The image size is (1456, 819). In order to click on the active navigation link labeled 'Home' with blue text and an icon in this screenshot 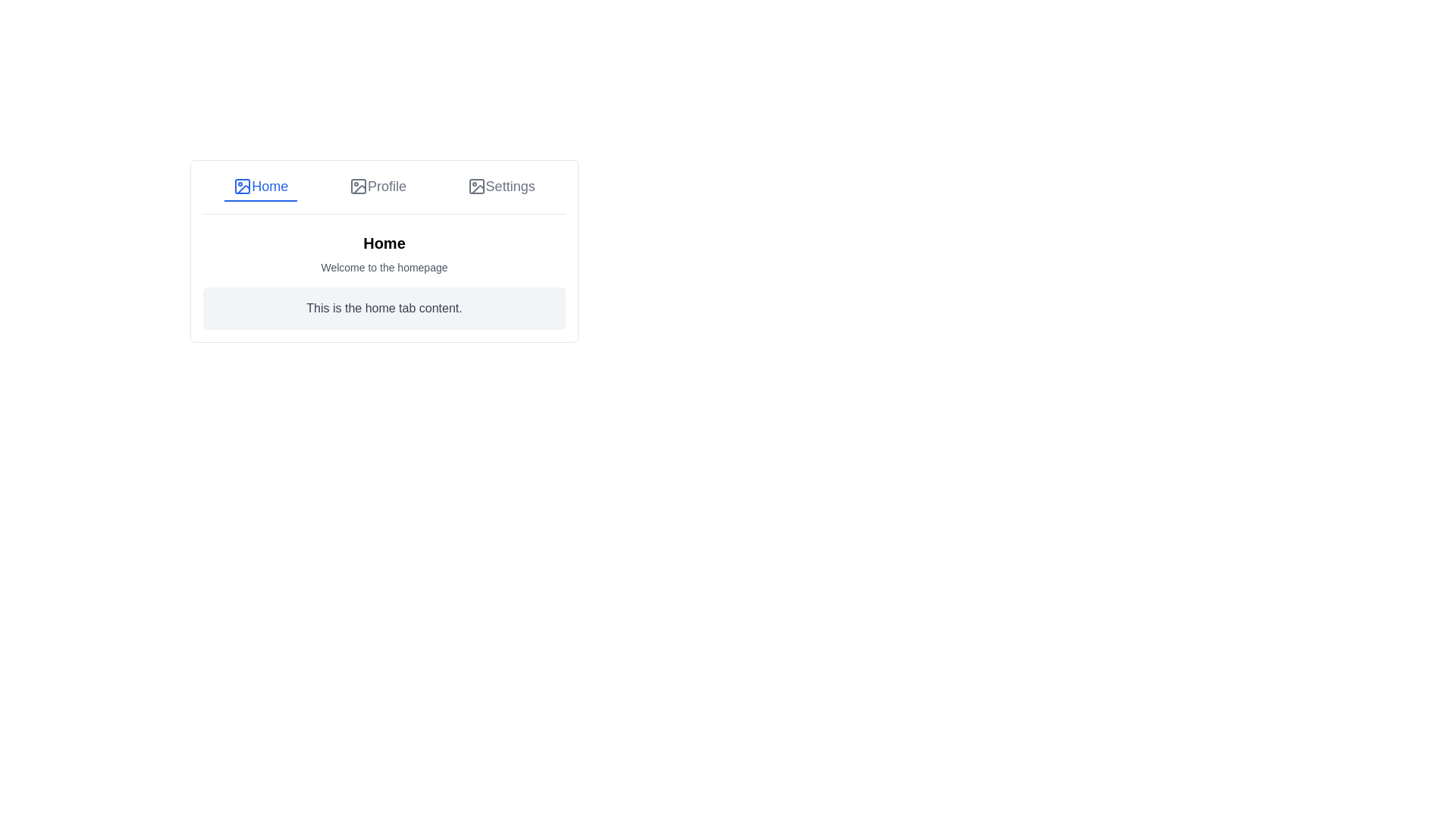, I will do `click(261, 186)`.